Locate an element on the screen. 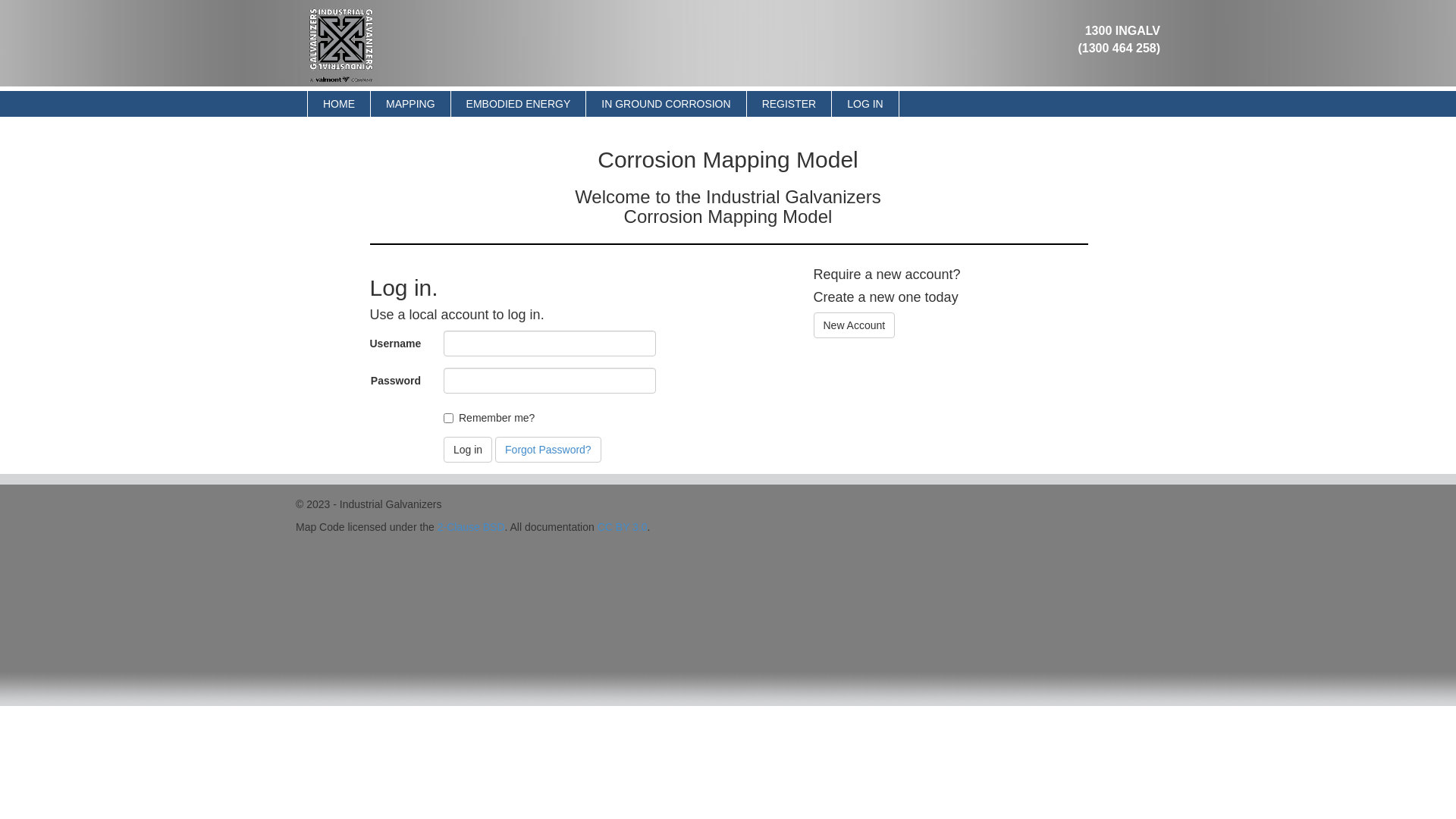 This screenshot has width=1456, height=819. 'HOME' is located at coordinates (337, 103).